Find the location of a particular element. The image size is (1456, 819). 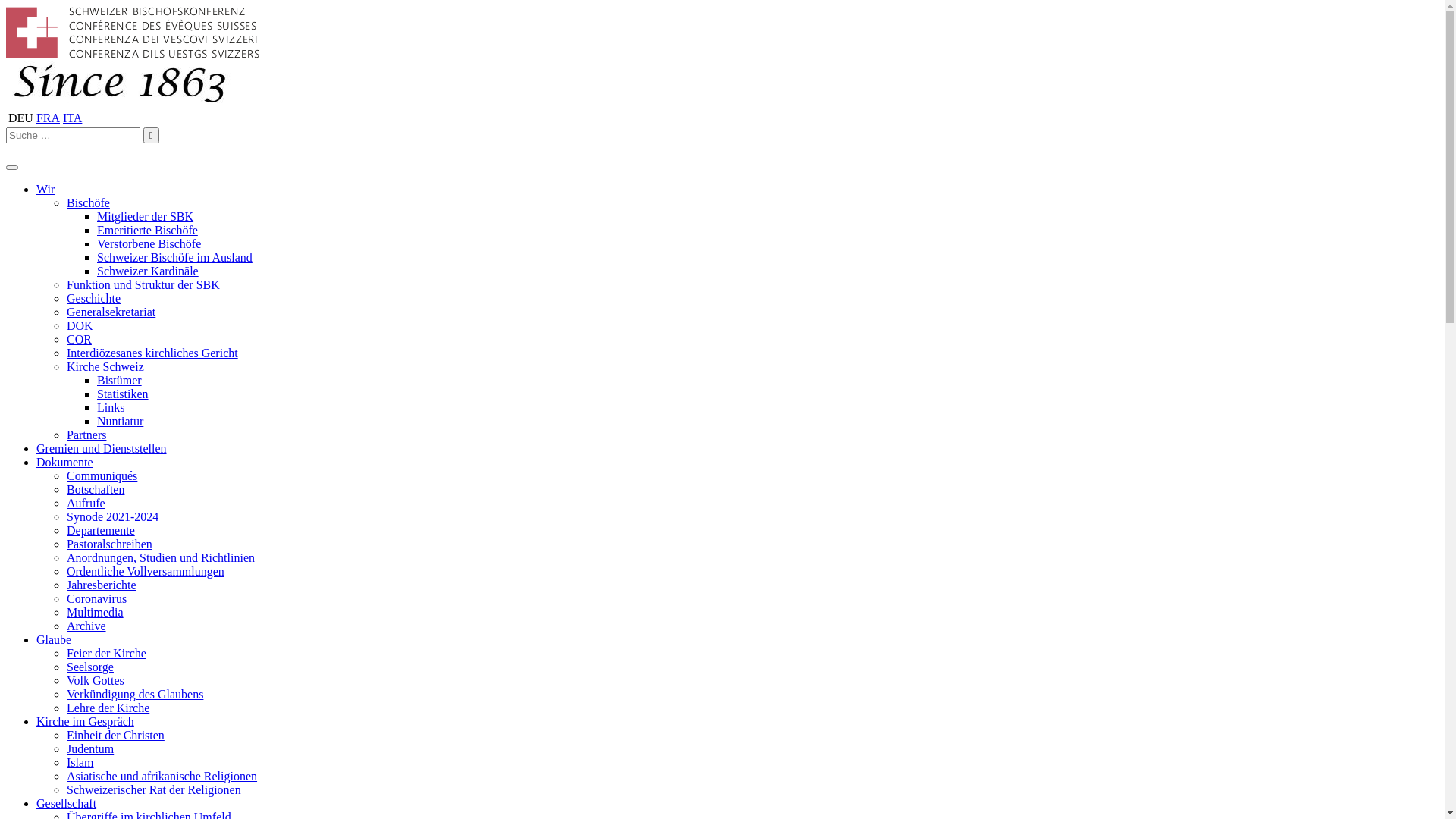

'Anordnungen, Studien und Richtlinien' is located at coordinates (65, 557).